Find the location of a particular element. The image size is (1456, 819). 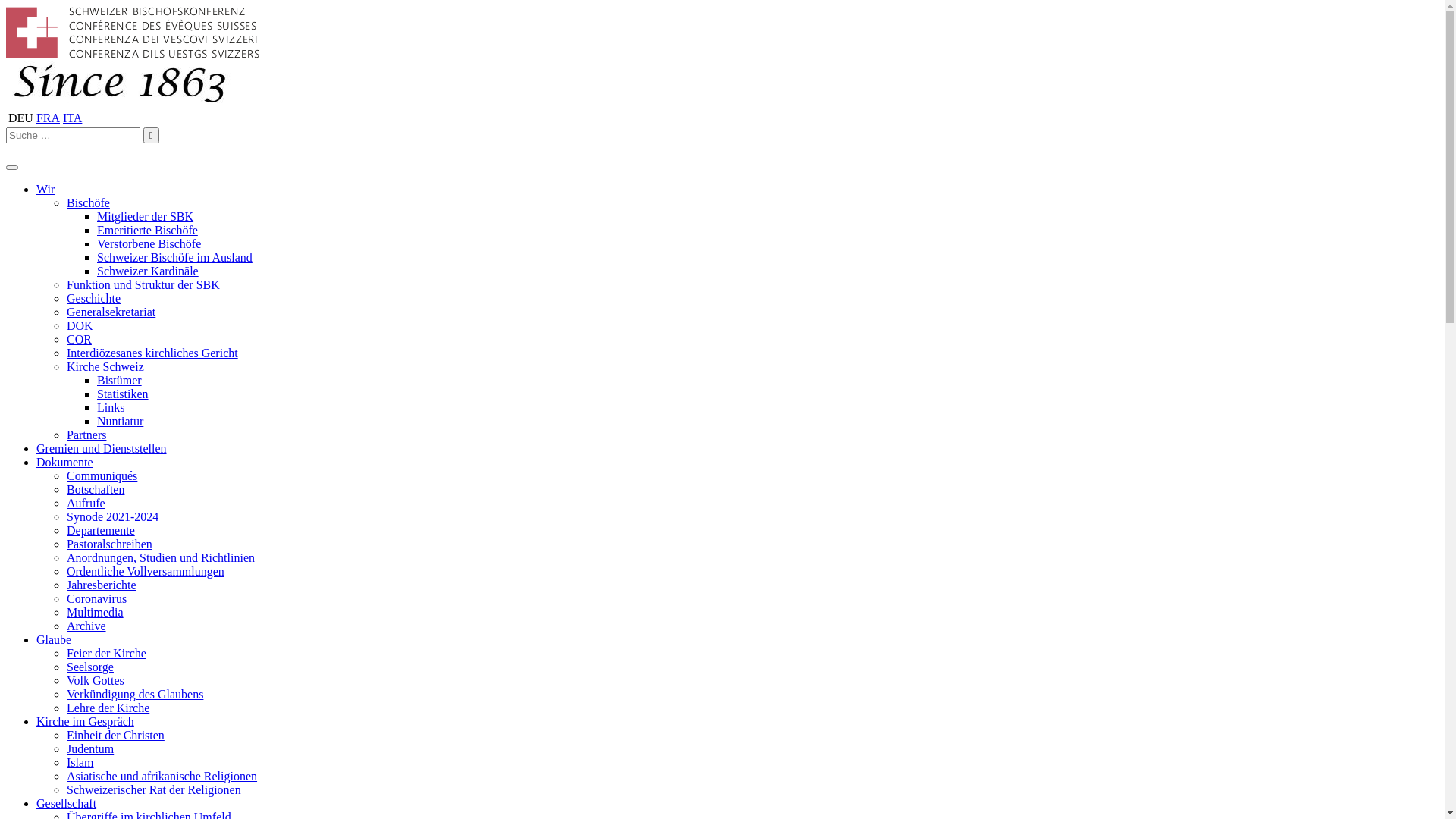

'Anordnungen, Studien und Richtlinien' is located at coordinates (65, 557).